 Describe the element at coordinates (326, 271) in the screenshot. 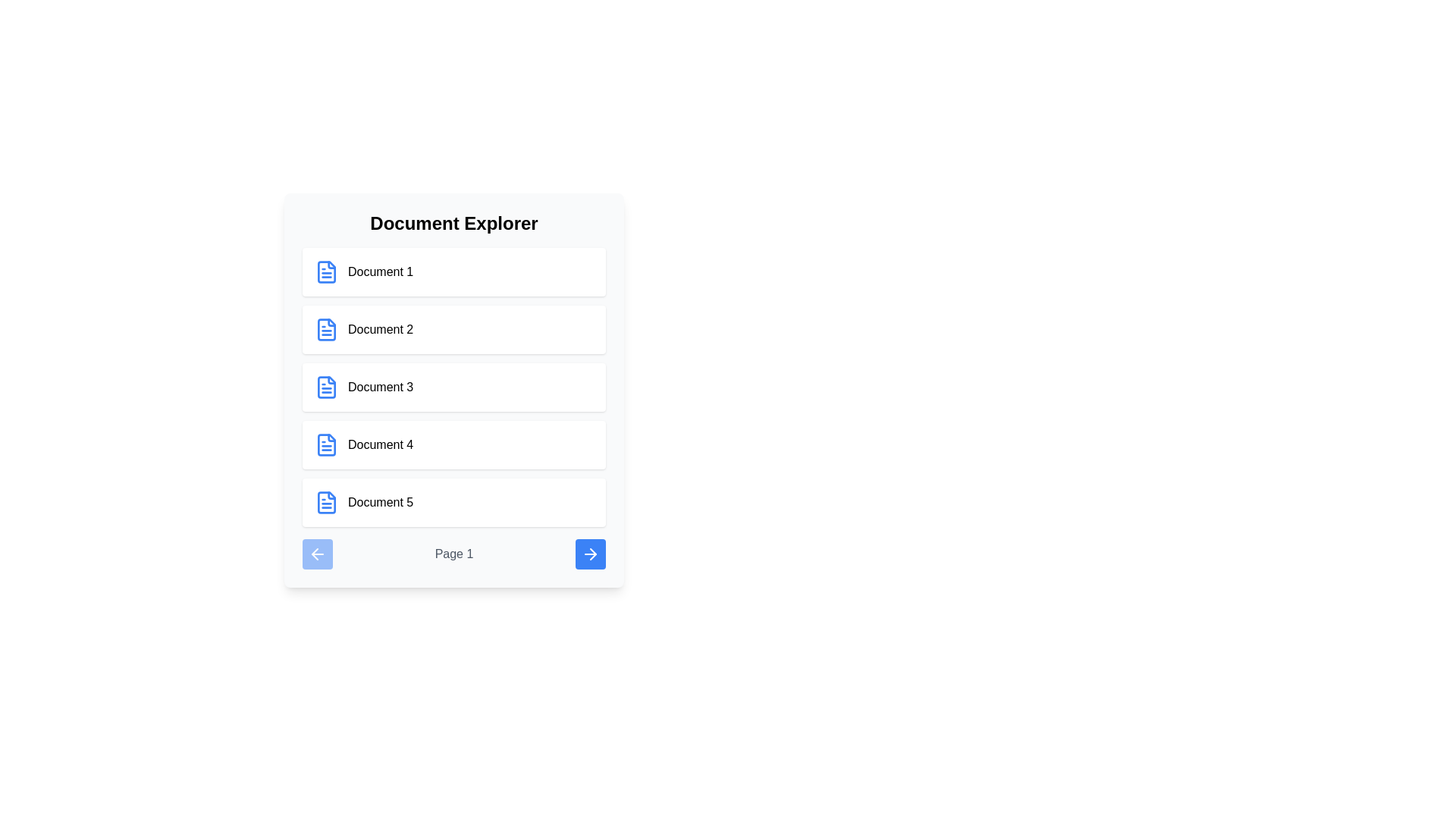

I see `the blue file icon with a document-like outline, which is the first icon in the 'Document Explorer' section corresponding to 'Document 1'` at that location.